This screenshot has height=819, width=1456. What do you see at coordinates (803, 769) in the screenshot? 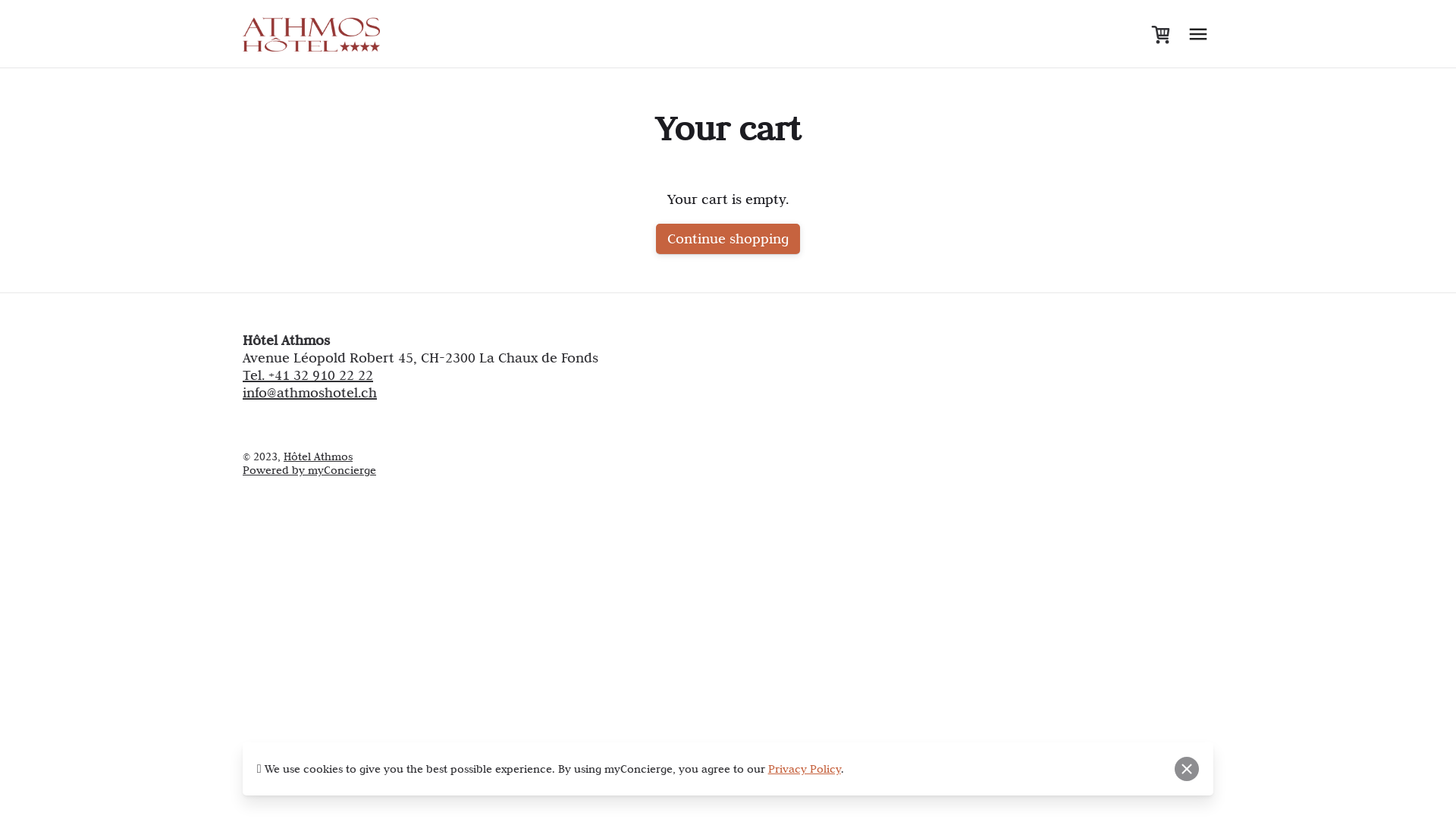
I see `'Privacy Policy'` at bounding box center [803, 769].